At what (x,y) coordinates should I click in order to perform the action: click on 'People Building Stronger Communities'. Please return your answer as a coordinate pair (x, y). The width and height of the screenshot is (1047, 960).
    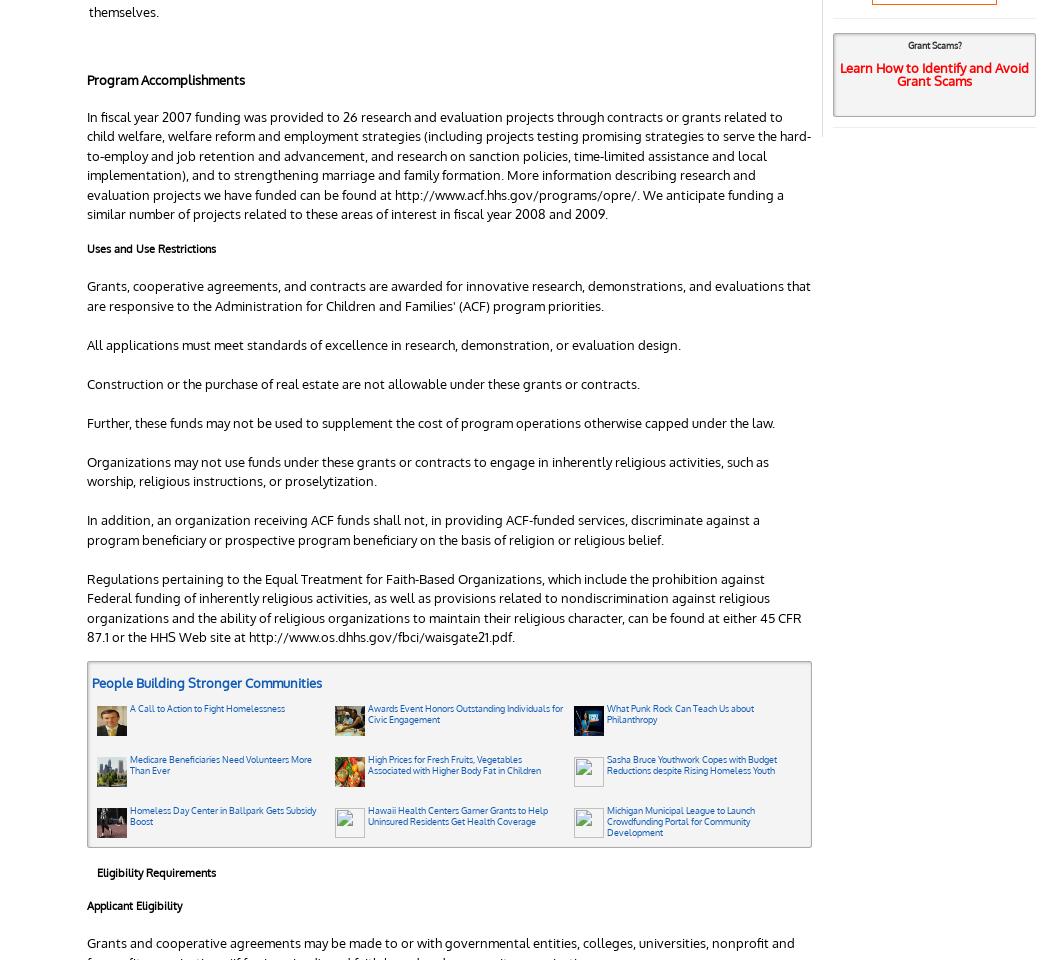
    Looking at the image, I should click on (205, 683).